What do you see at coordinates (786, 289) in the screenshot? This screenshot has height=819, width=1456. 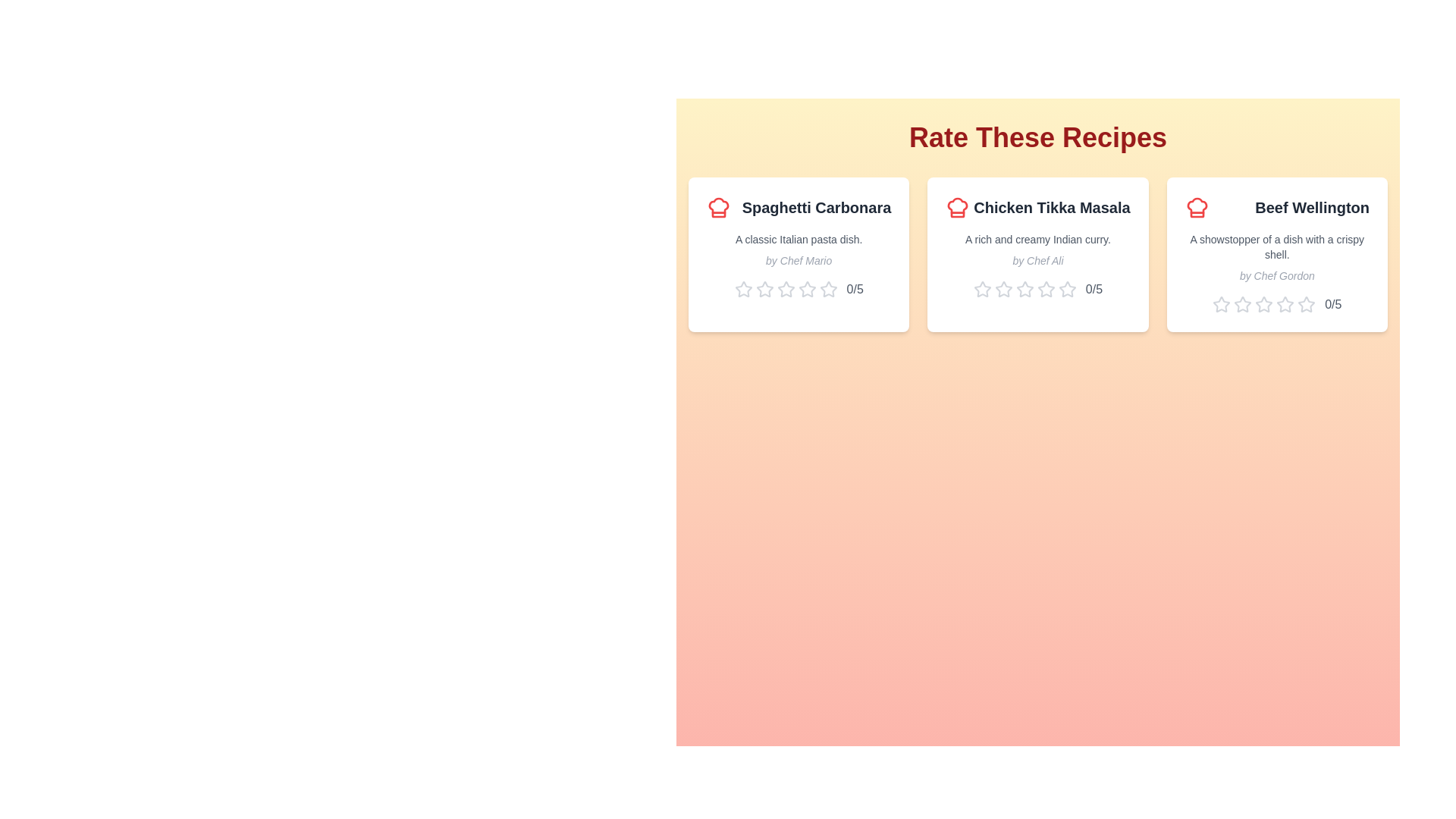 I see `the rating for a recipe to 3 stars` at bounding box center [786, 289].